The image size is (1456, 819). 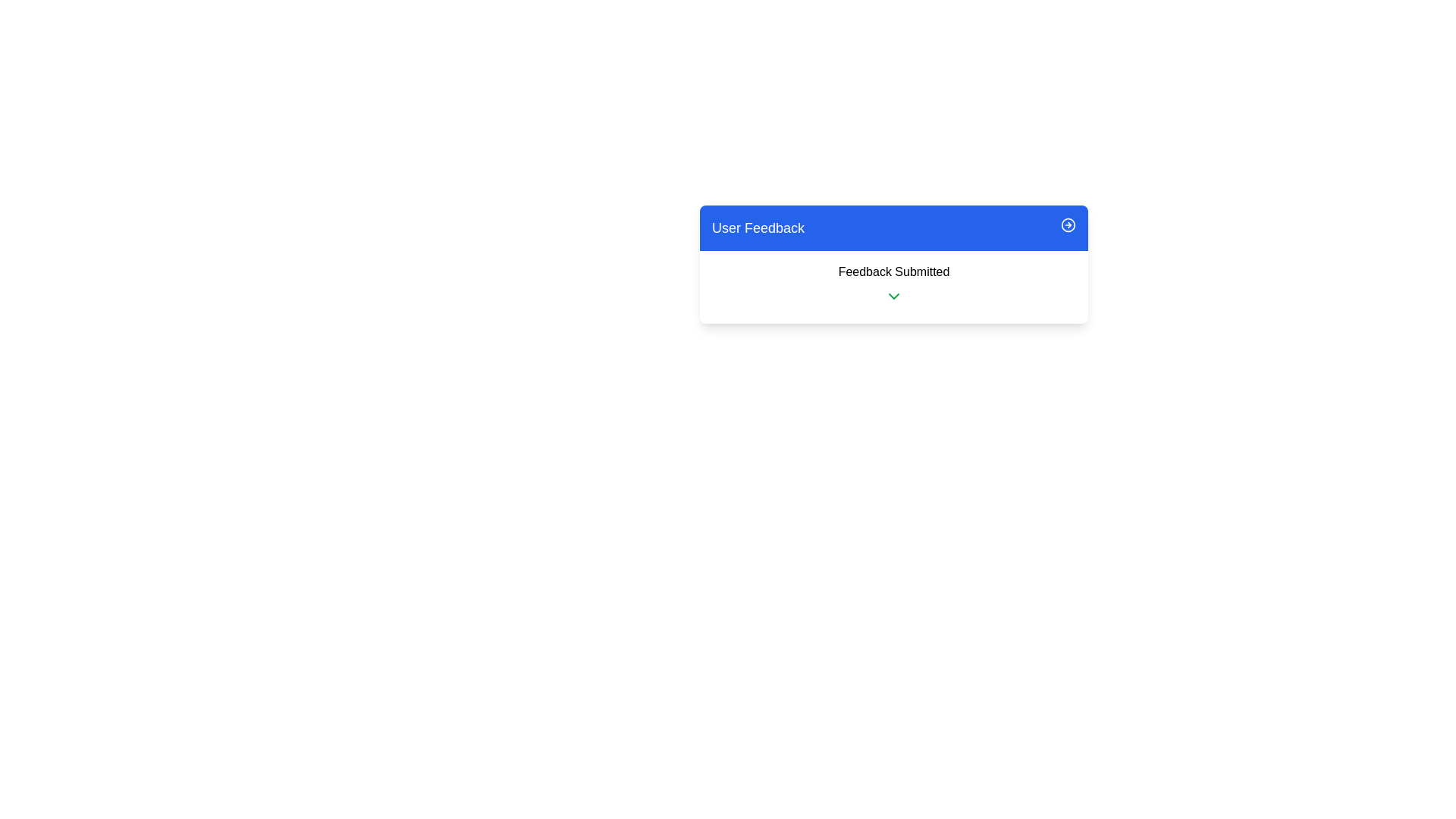 I want to click on the icon button located in the upper right corner of the 'User Feedback' blue header, so click(x=1068, y=225).